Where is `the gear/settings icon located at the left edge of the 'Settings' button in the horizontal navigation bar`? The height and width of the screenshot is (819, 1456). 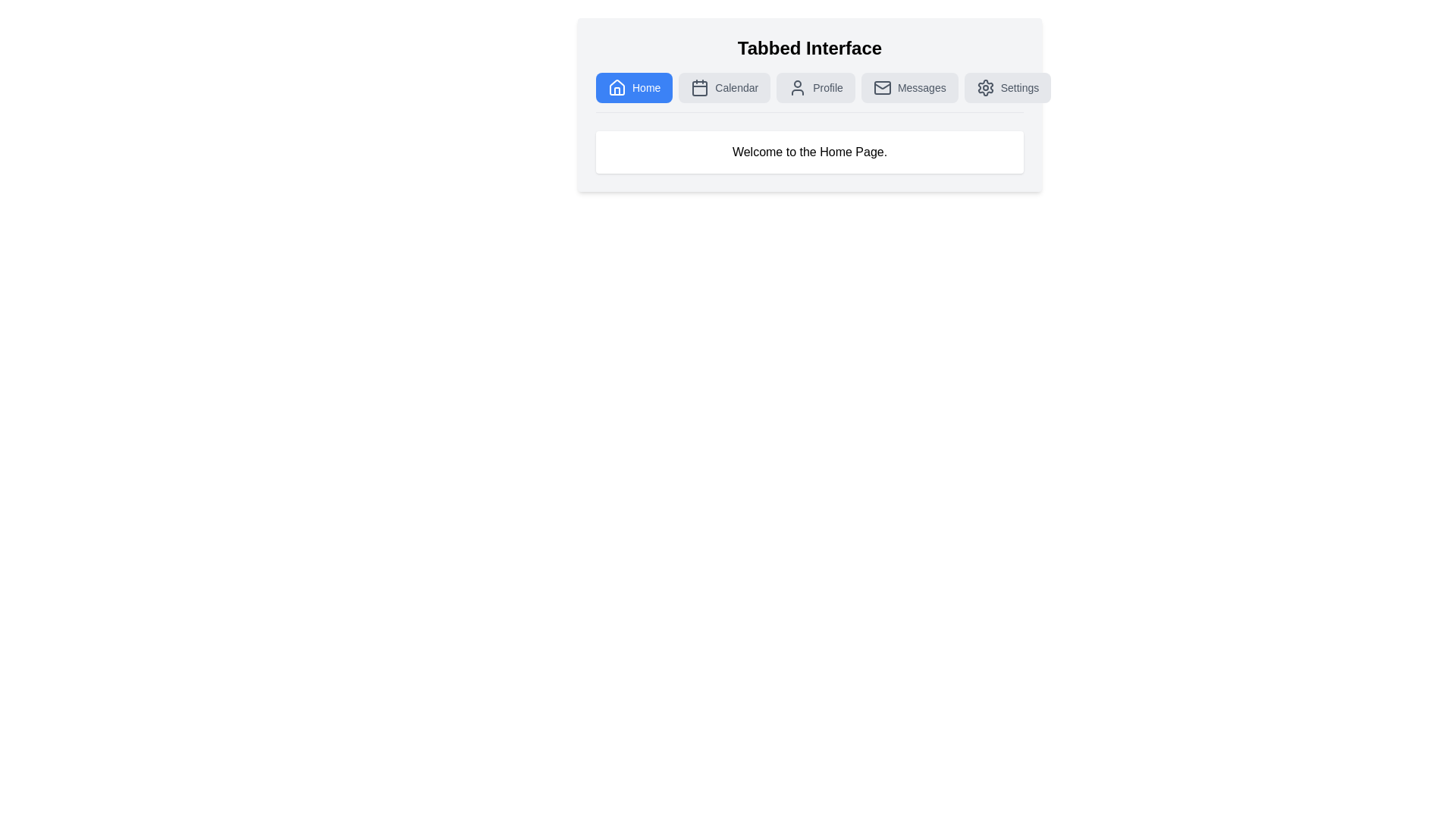 the gear/settings icon located at the left edge of the 'Settings' button in the horizontal navigation bar is located at coordinates (985, 87).